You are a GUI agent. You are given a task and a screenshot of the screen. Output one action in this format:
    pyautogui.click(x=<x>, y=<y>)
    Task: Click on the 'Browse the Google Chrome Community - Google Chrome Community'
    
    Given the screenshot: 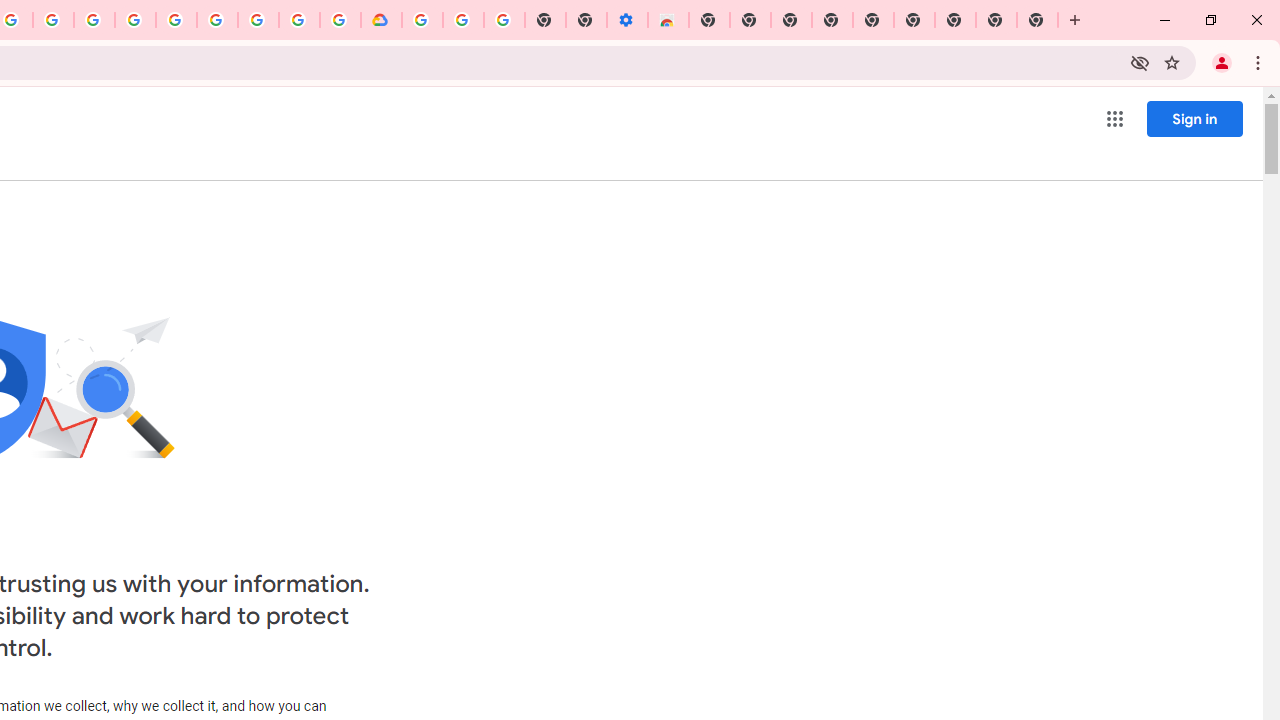 What is the action you would take?
    pyautogui.click(x=340, y=20)
    